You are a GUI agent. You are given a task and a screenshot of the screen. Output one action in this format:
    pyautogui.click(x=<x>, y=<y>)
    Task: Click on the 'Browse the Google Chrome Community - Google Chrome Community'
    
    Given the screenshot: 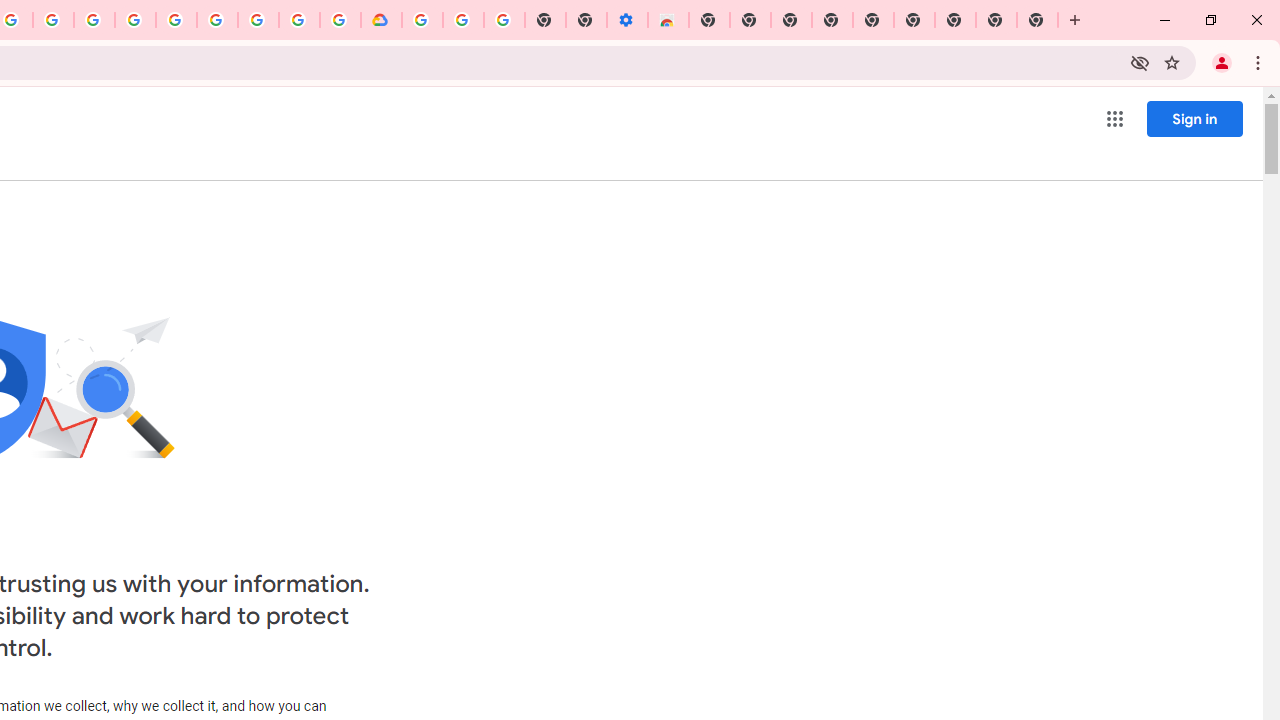 What is the action you would take?
    pyautogui.click(x=340, y=20)
    